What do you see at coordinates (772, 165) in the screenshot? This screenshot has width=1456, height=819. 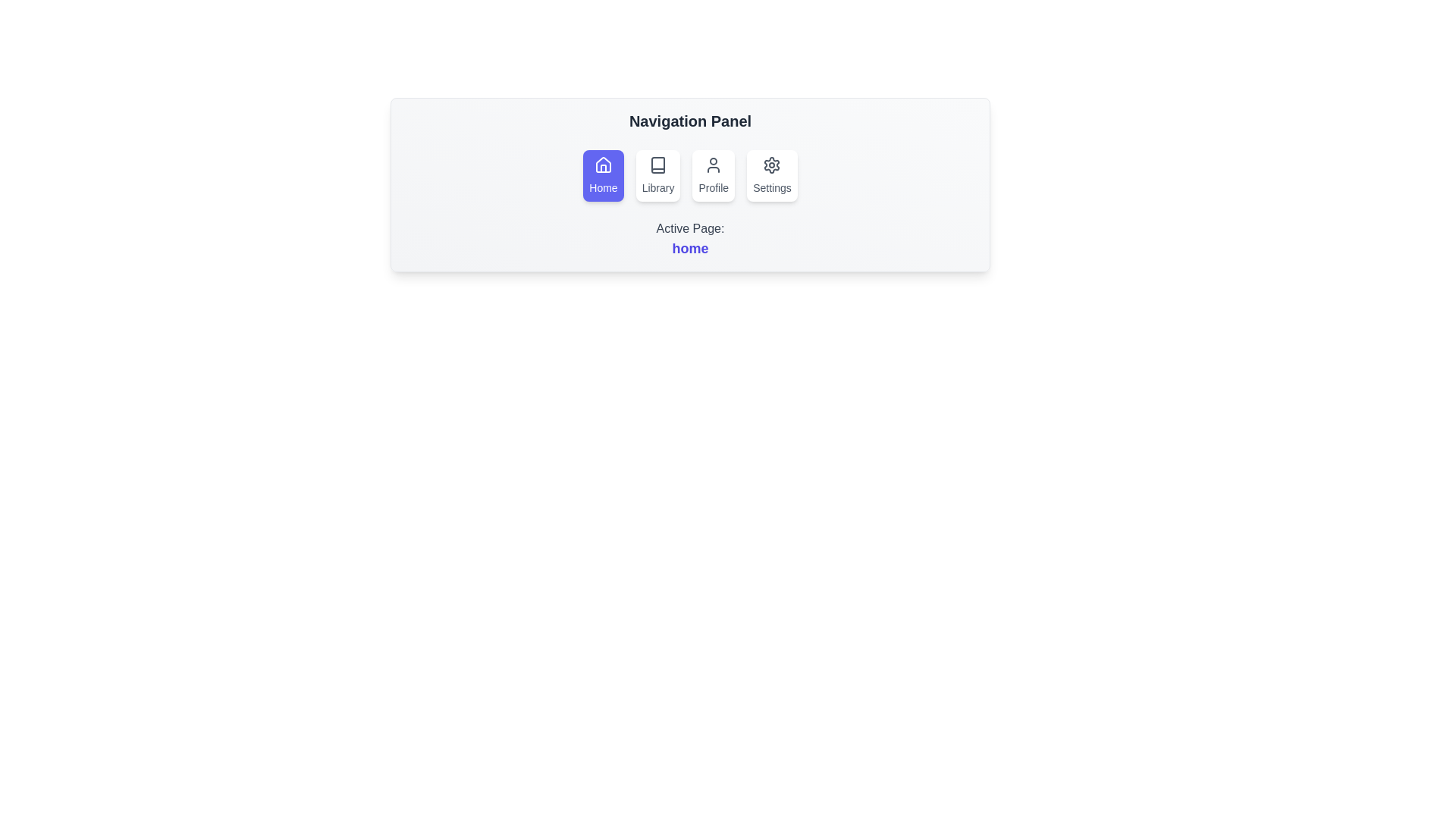 I see `the gear icon in the Settings section of the navigation panel` at bounding box center [772, 165].